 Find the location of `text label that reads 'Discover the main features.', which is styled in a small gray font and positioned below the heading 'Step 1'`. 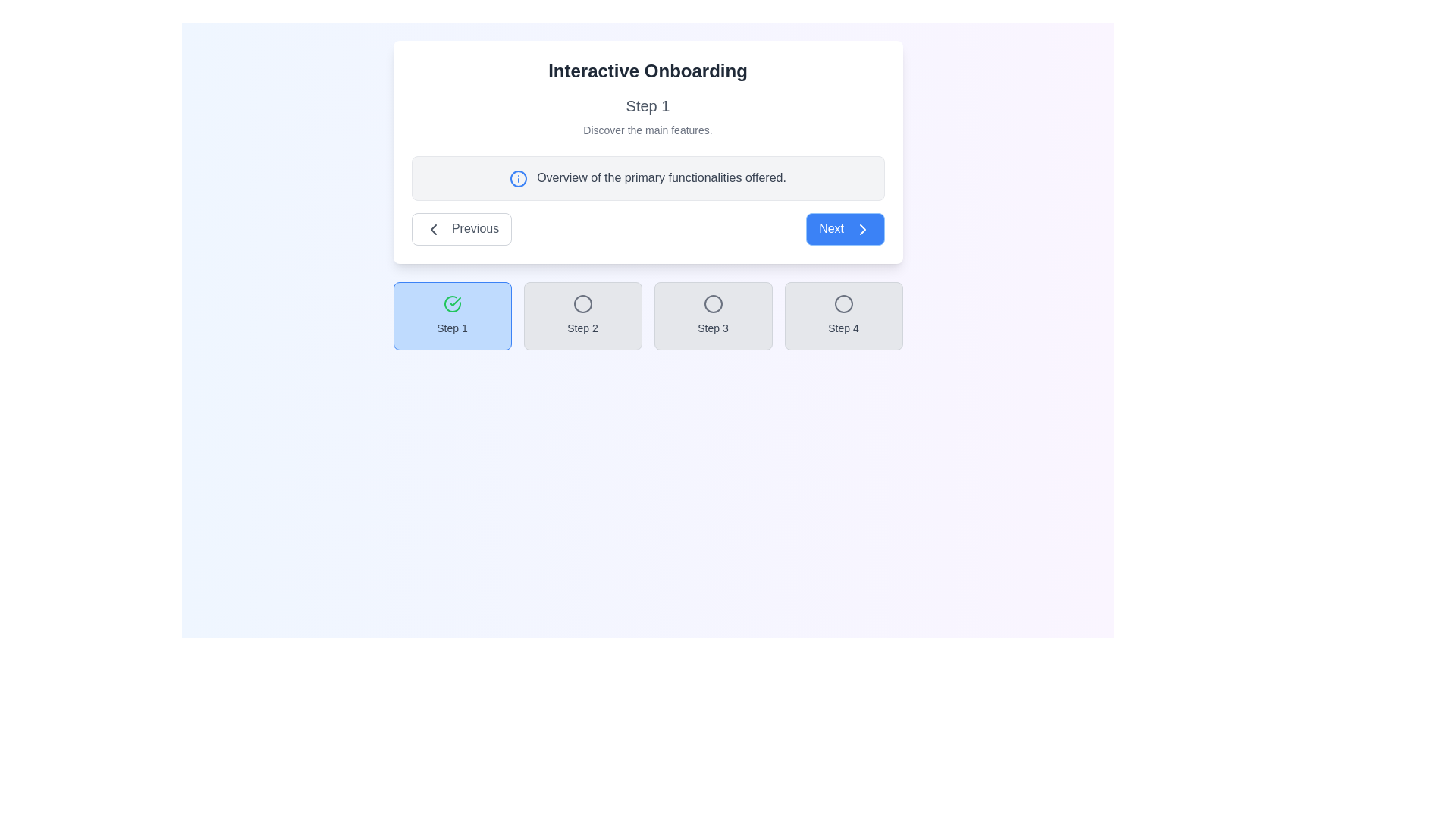

text label that reads 'Discover the main features.', which is styled in a small gray font and positioned below the heading 'Step 1' is located at coordinates (648, 130).